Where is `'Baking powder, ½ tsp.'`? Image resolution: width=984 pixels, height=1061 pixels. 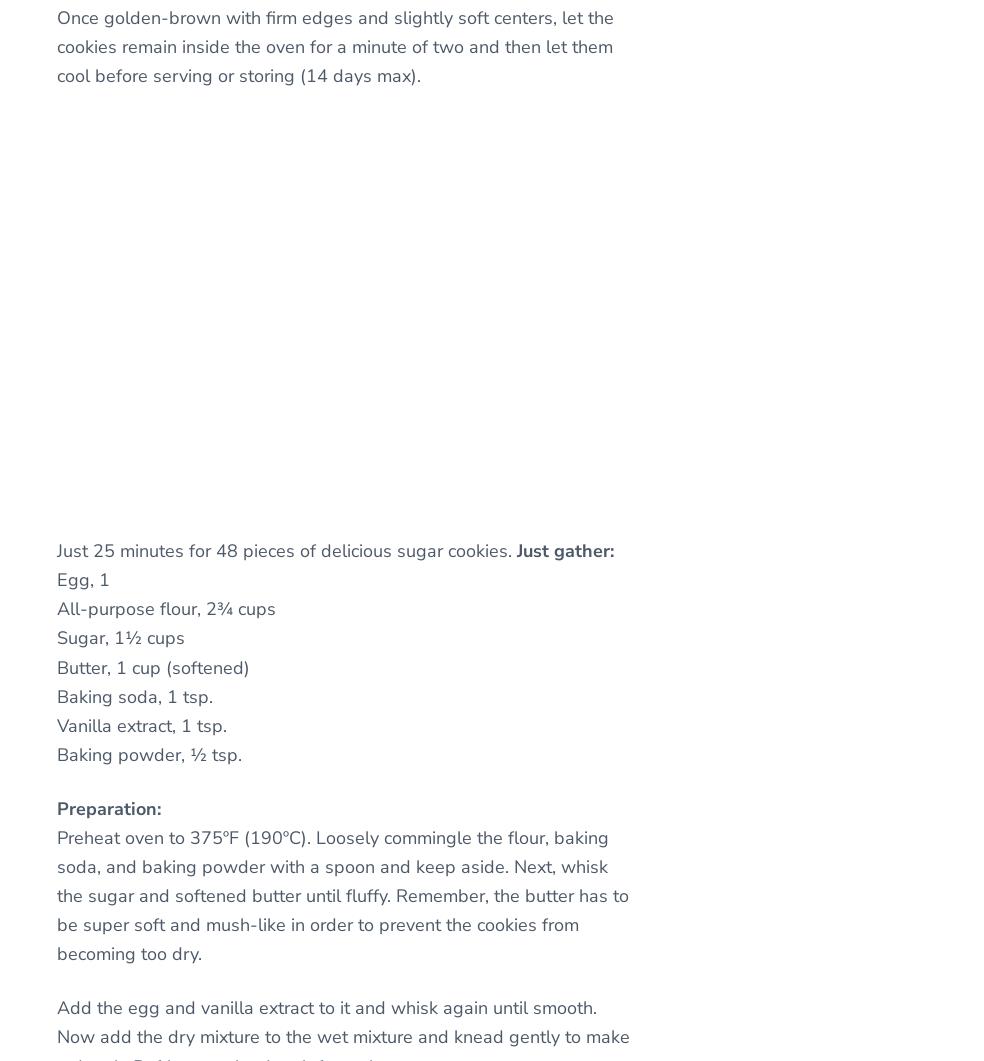
'Baking powder, ½ tsp.' is located at coordinates (149, 754).